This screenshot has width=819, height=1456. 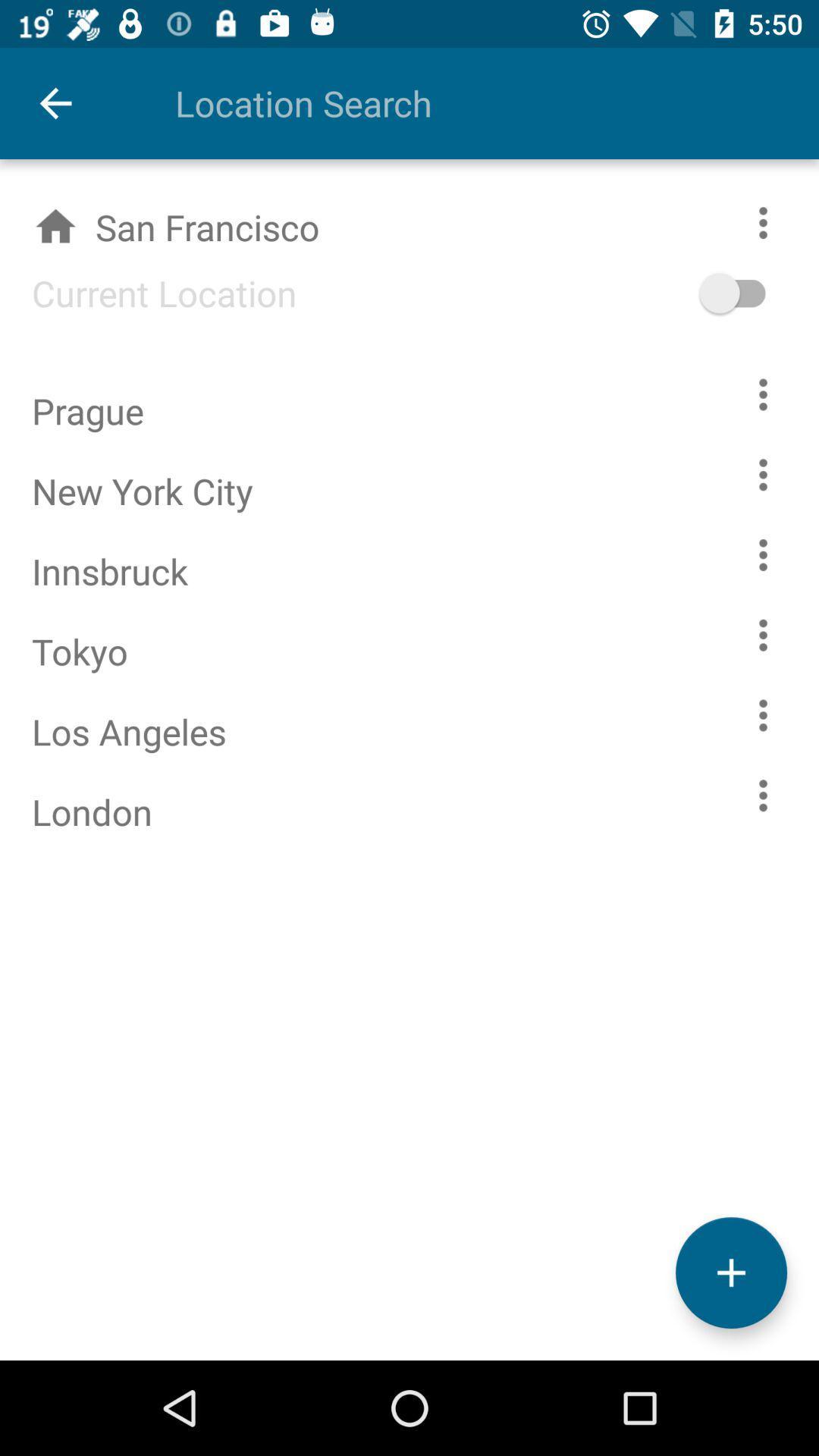 I want to click on opions, so click(x=763, y=635).